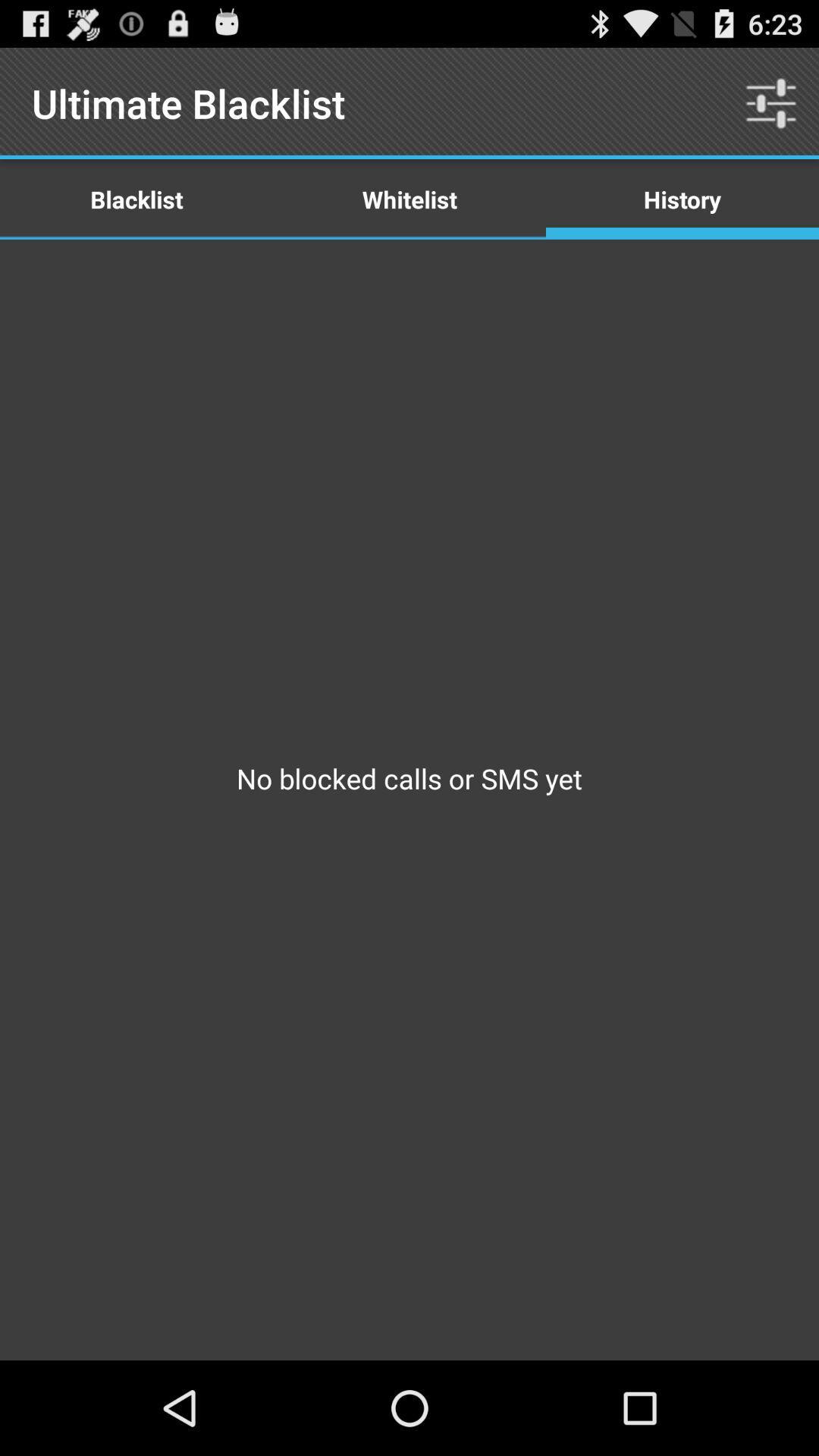  I want to click on the icon to the right of blacklist, so click(409, 198).